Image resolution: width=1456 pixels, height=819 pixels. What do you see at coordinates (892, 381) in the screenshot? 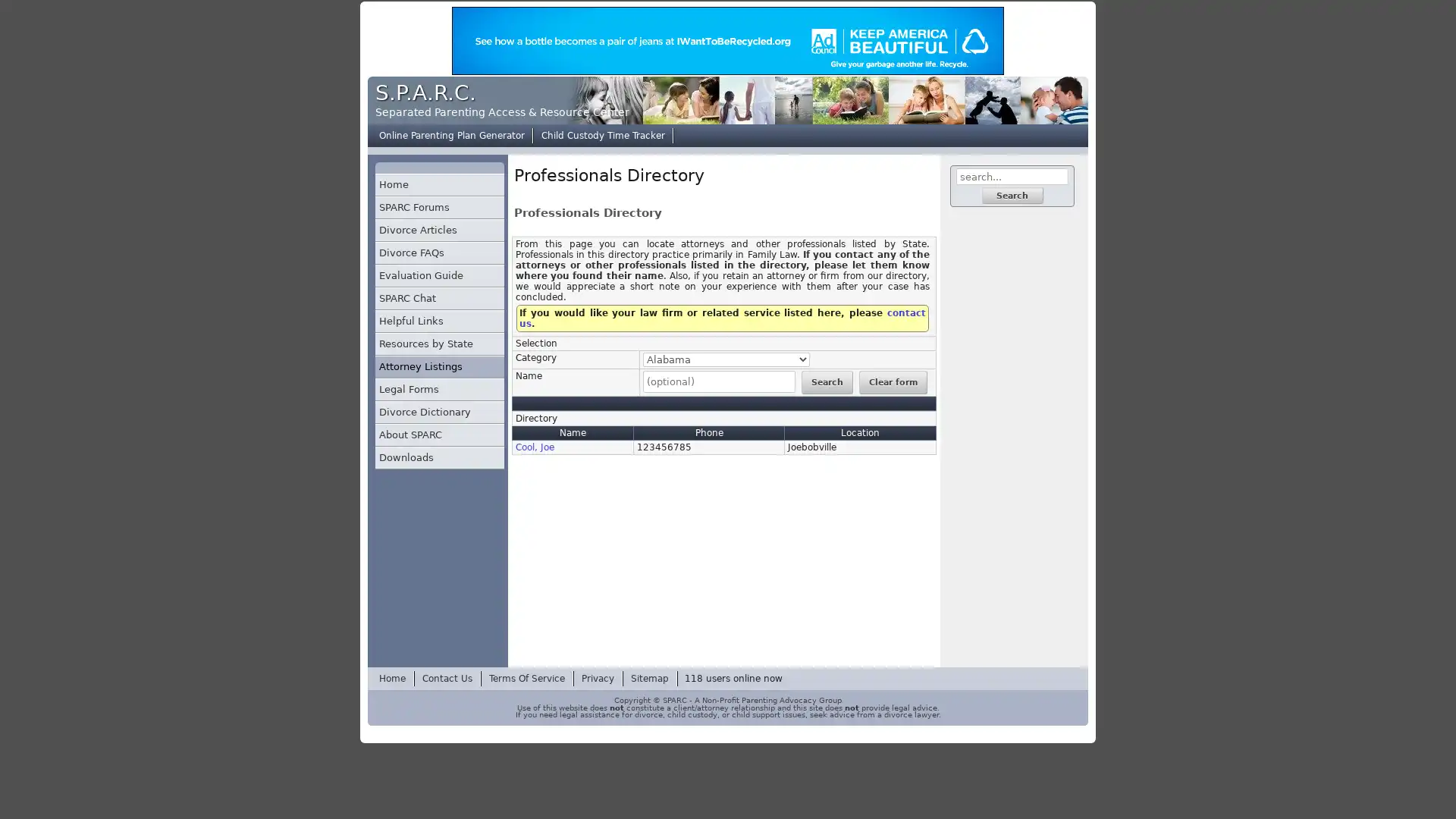
I see `Clear form` at bounding box center [892, 381].